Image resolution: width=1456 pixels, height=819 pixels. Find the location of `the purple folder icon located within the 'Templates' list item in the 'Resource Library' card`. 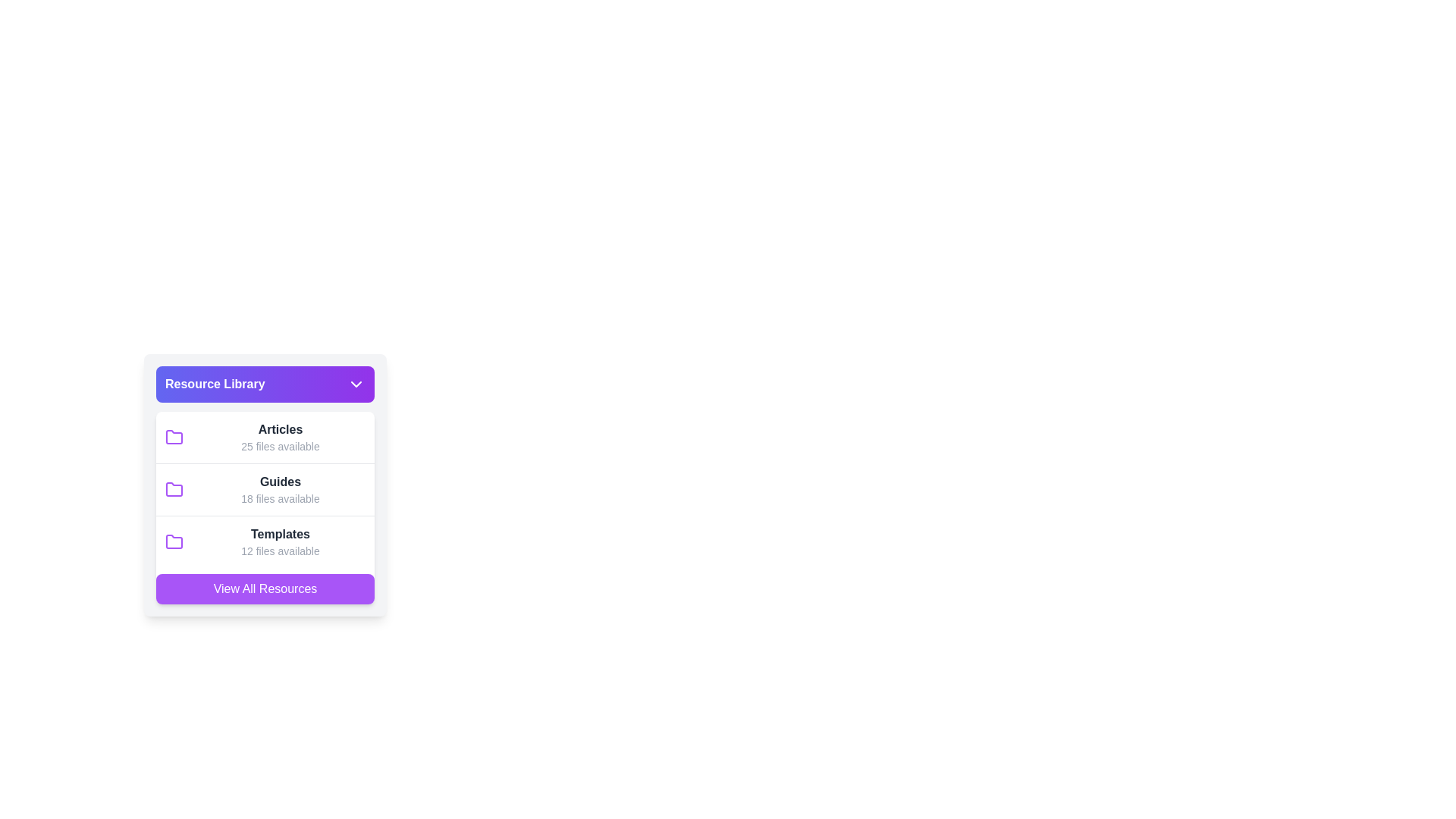

the purple folder icon located within the 'Templates' list item in the 'Resource Library' card is located at coordinates (174, 541).